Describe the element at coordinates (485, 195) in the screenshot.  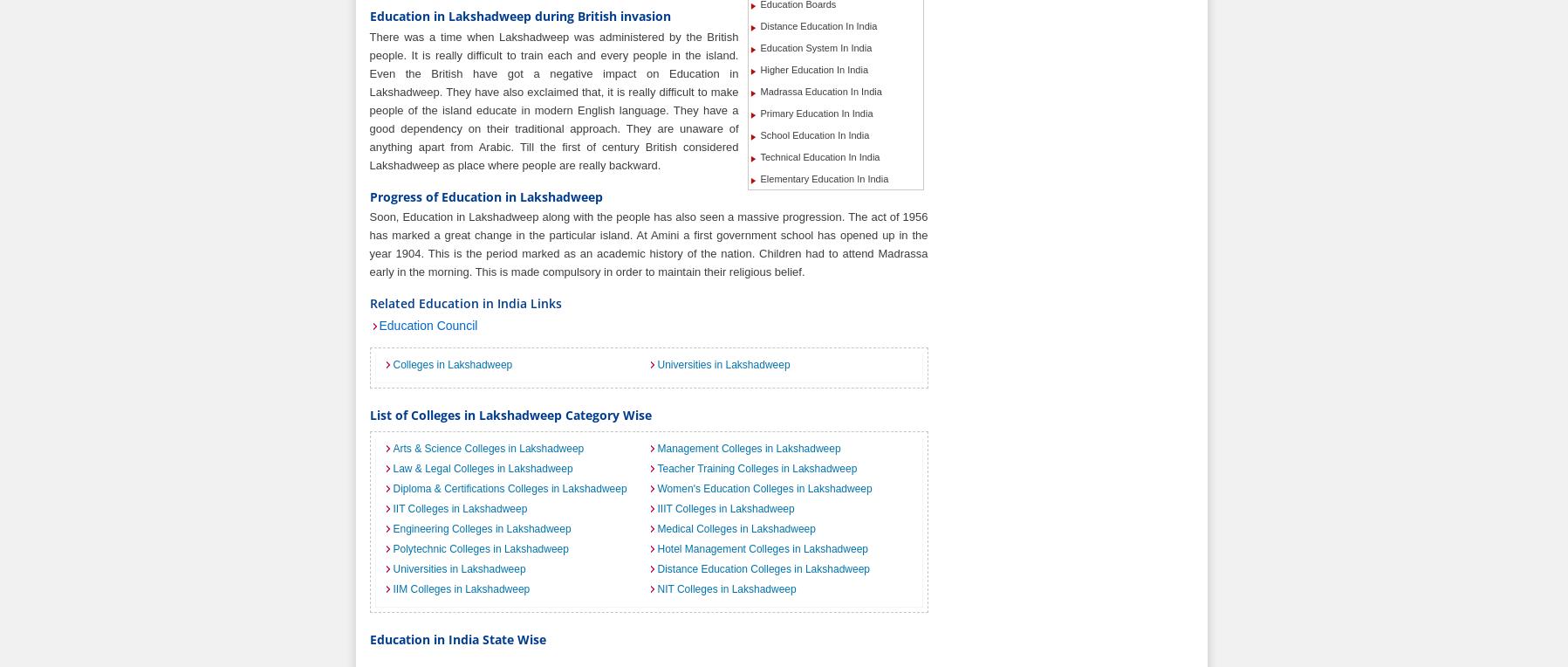
I see `'Progress of Education in Lakshadweep'` at that location.